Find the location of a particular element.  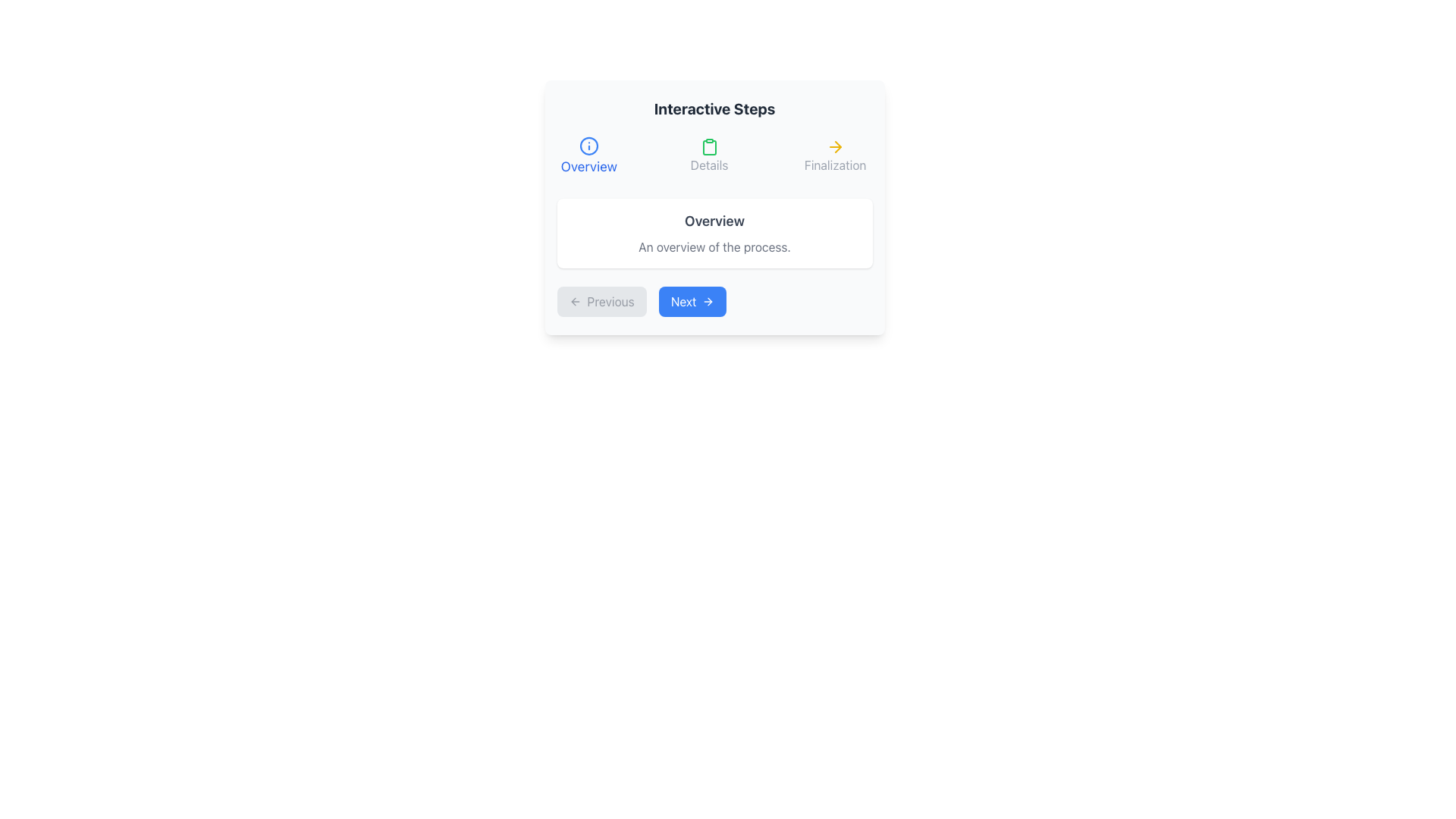

the 'Details' button in the multi-step navigation interface is located at coordinates (708, 155).